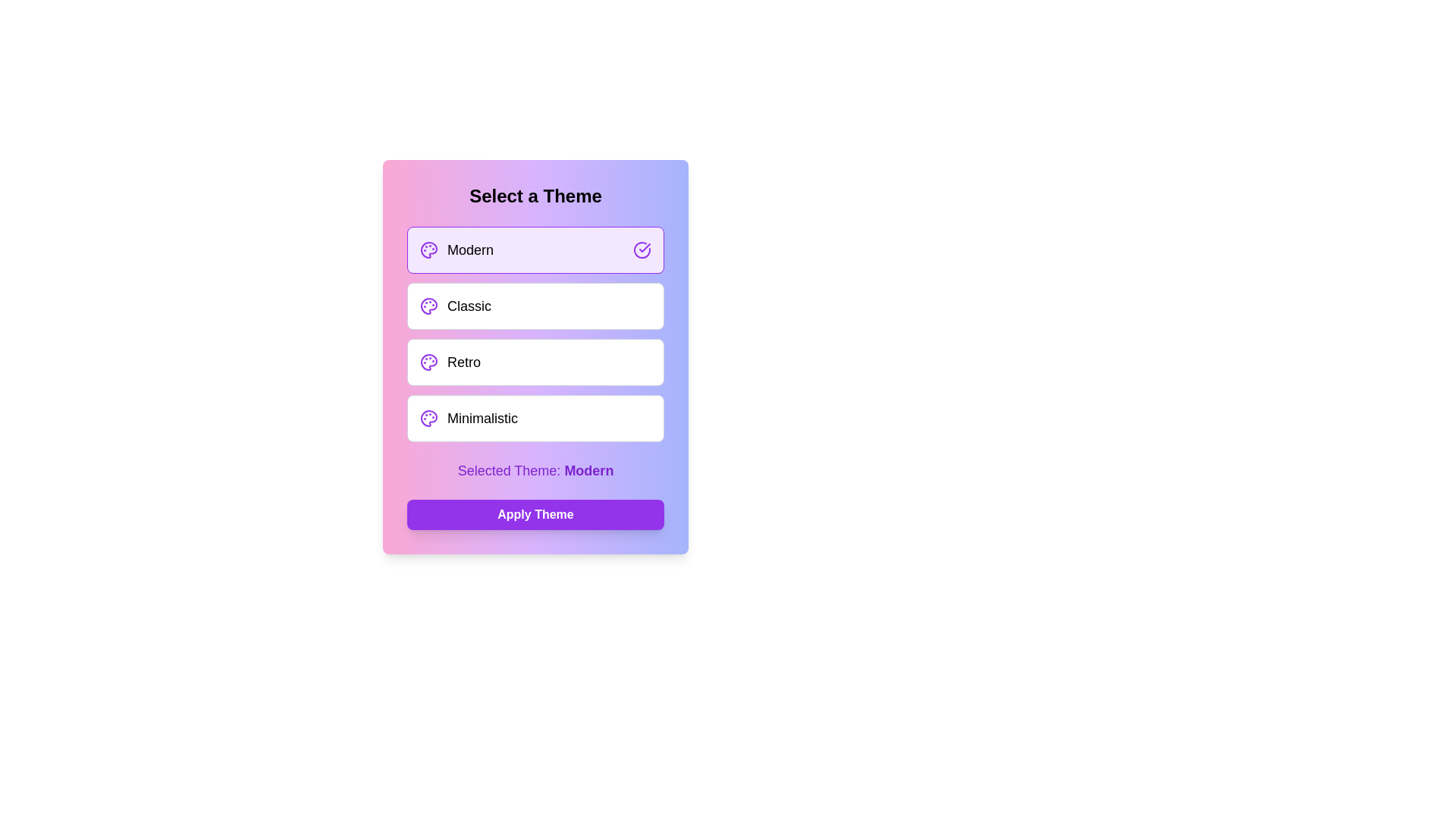 Image resolution: width=1456 pixels, height=819 pixels. What do you see at coordinates (642, 249) in the screenshot?
I see `the Checkmark Confirmation icon indicating that the 'Modern' theme has been selected in the 'Select a Theme' menu` at bounding box center [642, 249].